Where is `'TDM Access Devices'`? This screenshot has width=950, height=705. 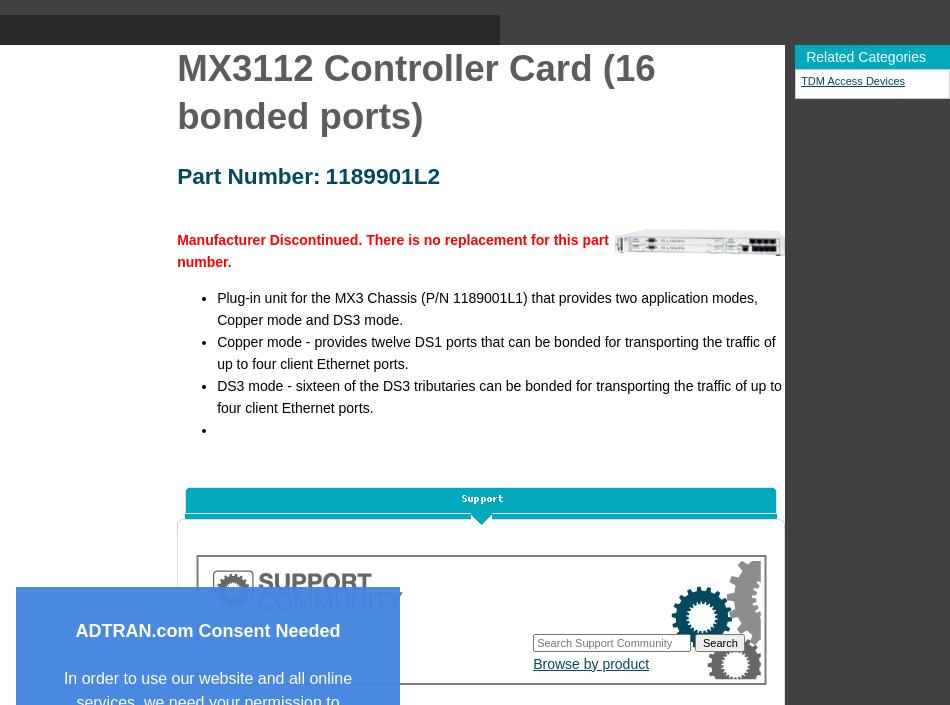
'TDM Access Devices' is located at coordinates (852, 81).